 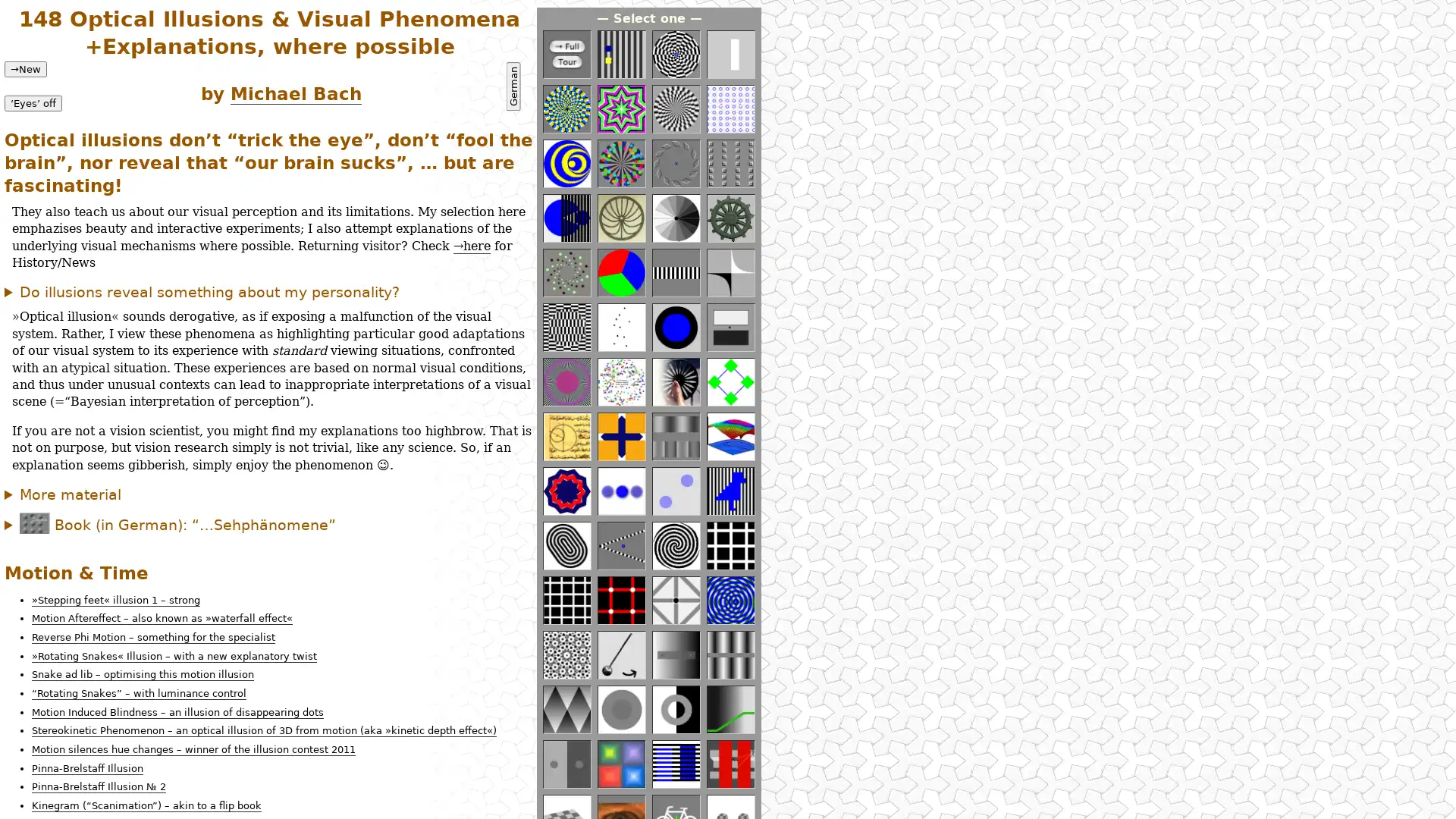 What do you see at coordinates (513, 86) in the screenshot?
I see `German` at bounding box center [513, 86].